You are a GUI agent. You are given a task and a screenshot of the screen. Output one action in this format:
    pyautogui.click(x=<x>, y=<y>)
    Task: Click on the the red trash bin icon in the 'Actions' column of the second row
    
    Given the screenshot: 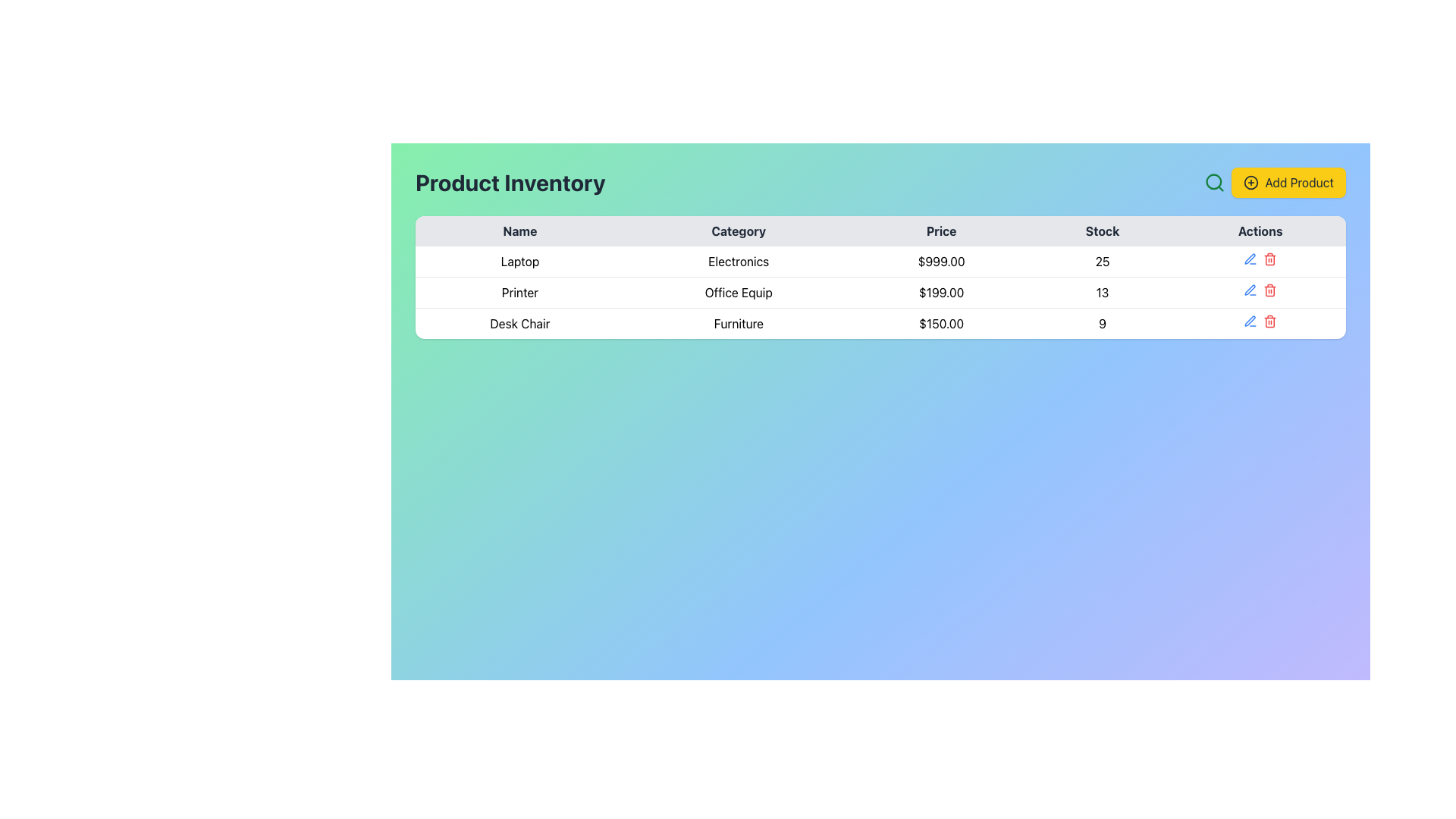 What is the action you would take?
    pyautogui.click(x=1270, y=290)
    